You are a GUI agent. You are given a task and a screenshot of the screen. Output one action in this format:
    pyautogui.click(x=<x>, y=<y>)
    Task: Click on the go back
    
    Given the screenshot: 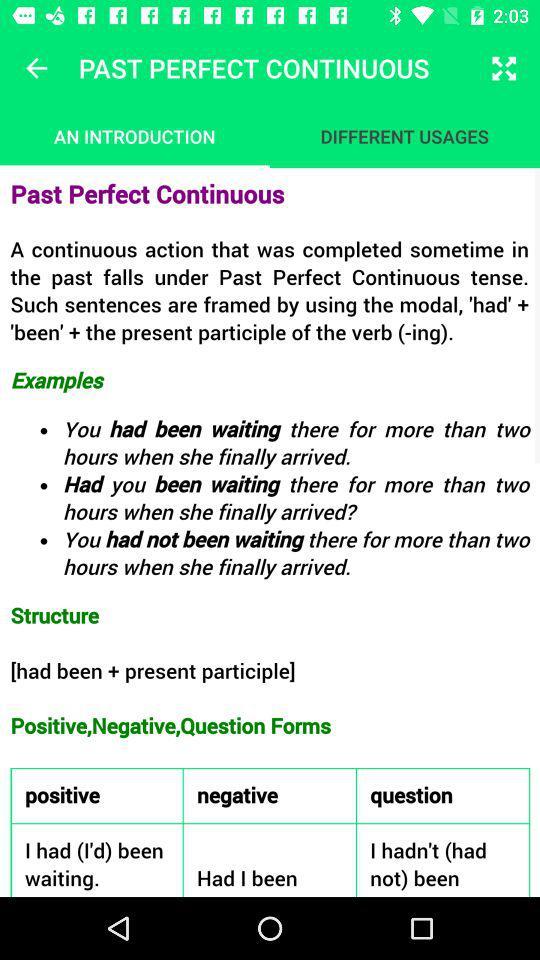 What is the action you would take?
    pyautogui.click(x=36, y=68)
    